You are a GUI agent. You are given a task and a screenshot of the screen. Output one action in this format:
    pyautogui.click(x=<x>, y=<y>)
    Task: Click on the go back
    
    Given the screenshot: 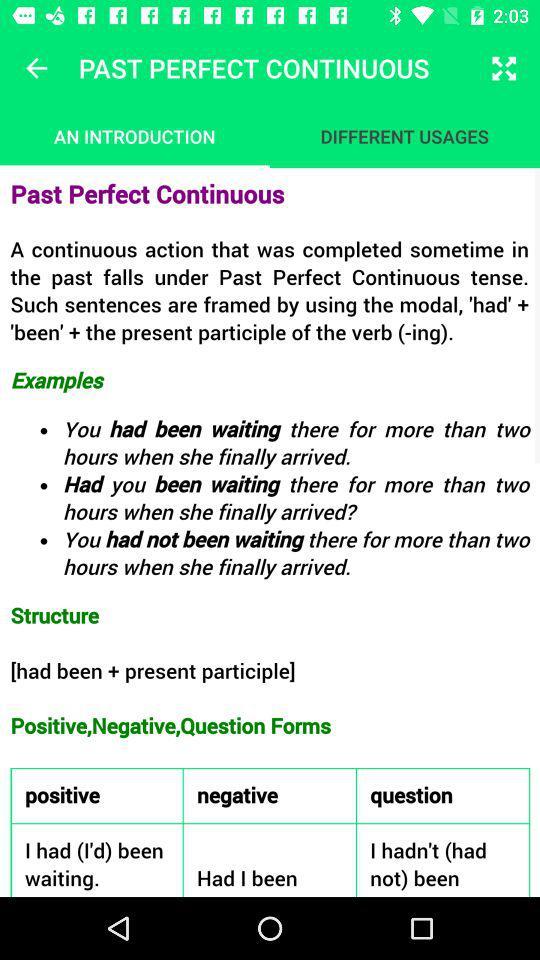 What is the action you would take?
    pyautogui.click(x=36, y=68)
    